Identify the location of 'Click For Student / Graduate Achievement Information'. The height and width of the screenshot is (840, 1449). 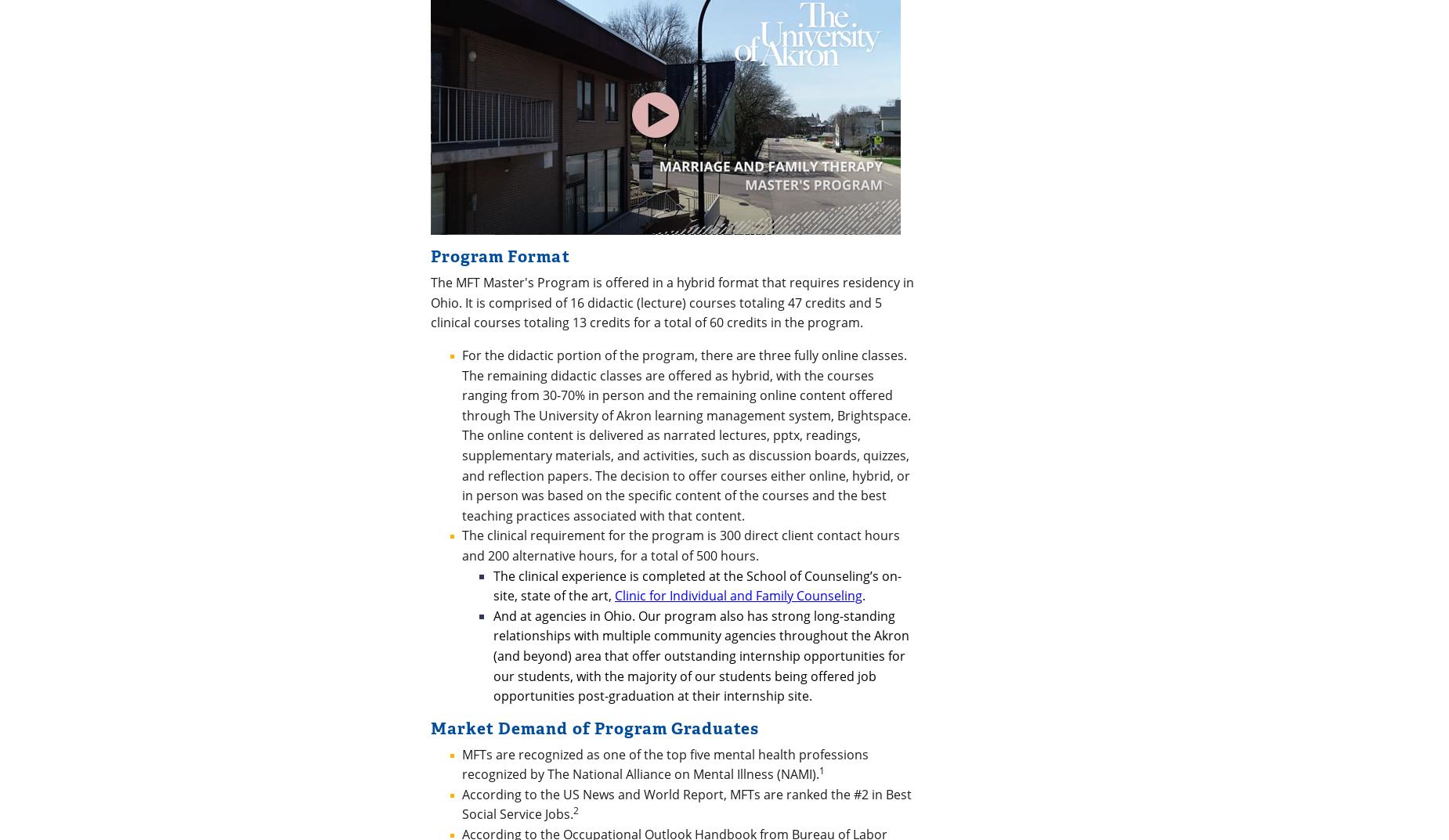
(673, 359).